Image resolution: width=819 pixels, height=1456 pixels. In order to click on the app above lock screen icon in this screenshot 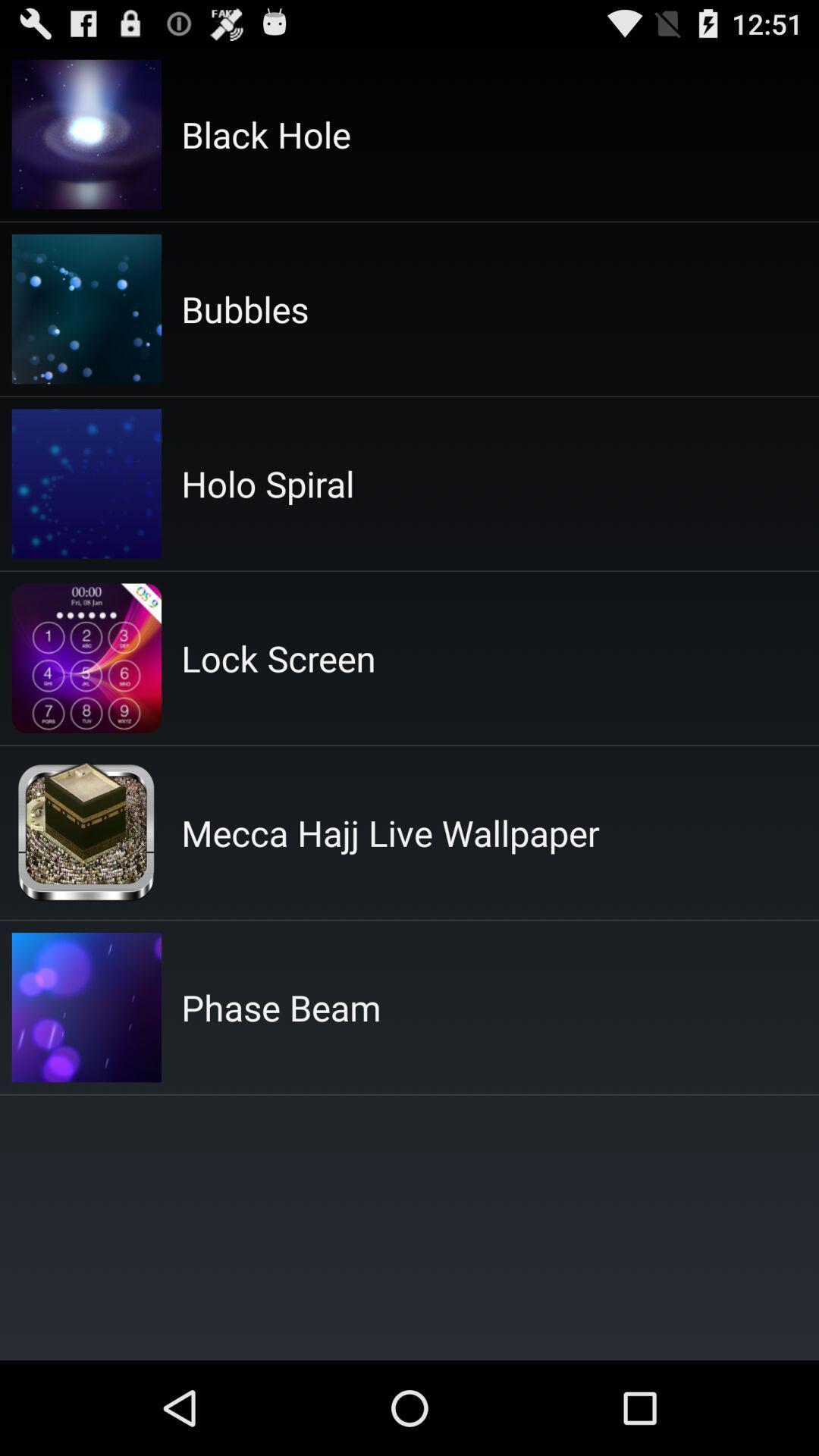, I will do `click(267, 482)`.